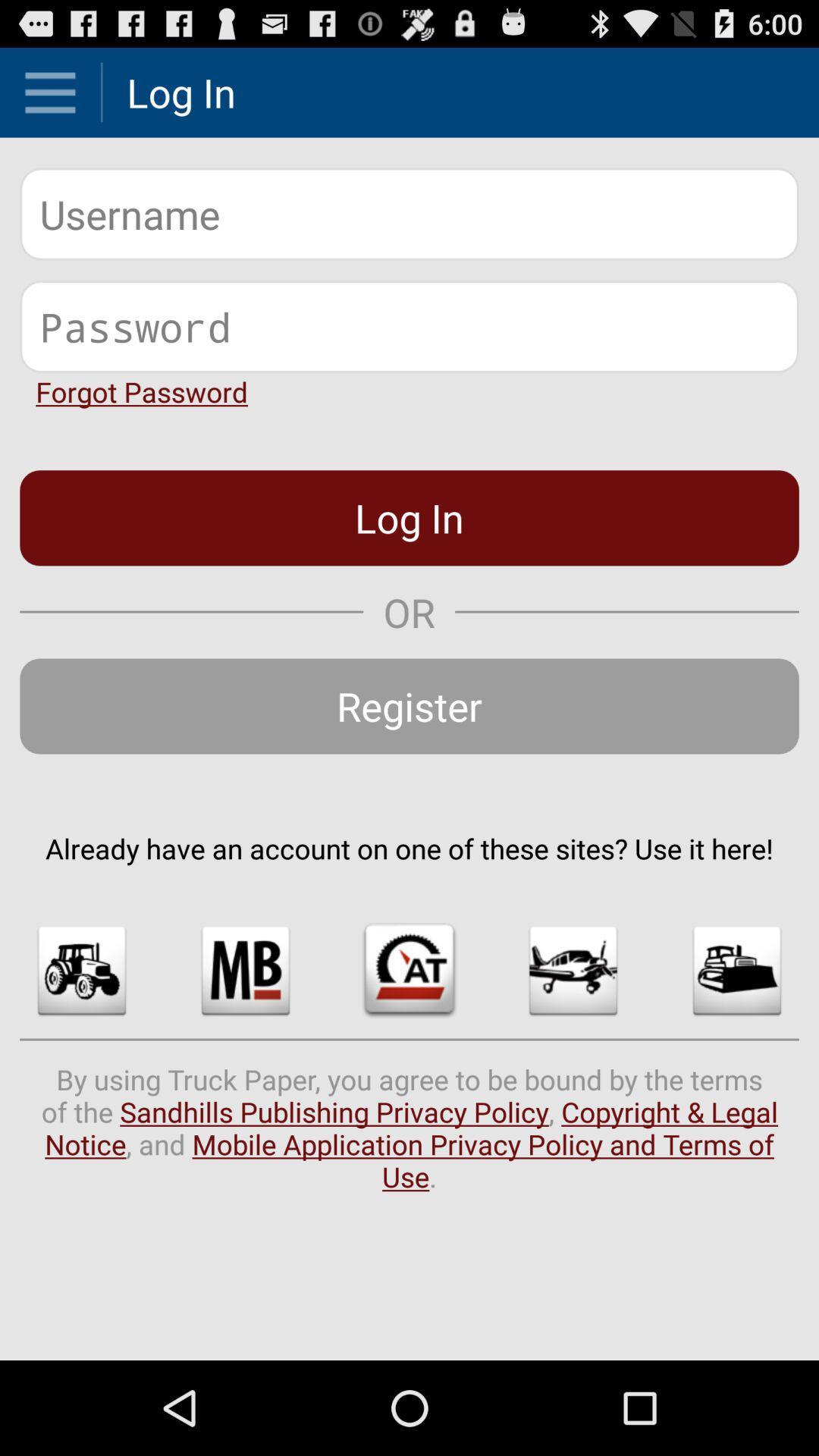 The width and height of the screenshot is (819, 1456). Describe the element at coordinates (245, 971) in the screenshot. I see `login with mb site credentials` at that location.